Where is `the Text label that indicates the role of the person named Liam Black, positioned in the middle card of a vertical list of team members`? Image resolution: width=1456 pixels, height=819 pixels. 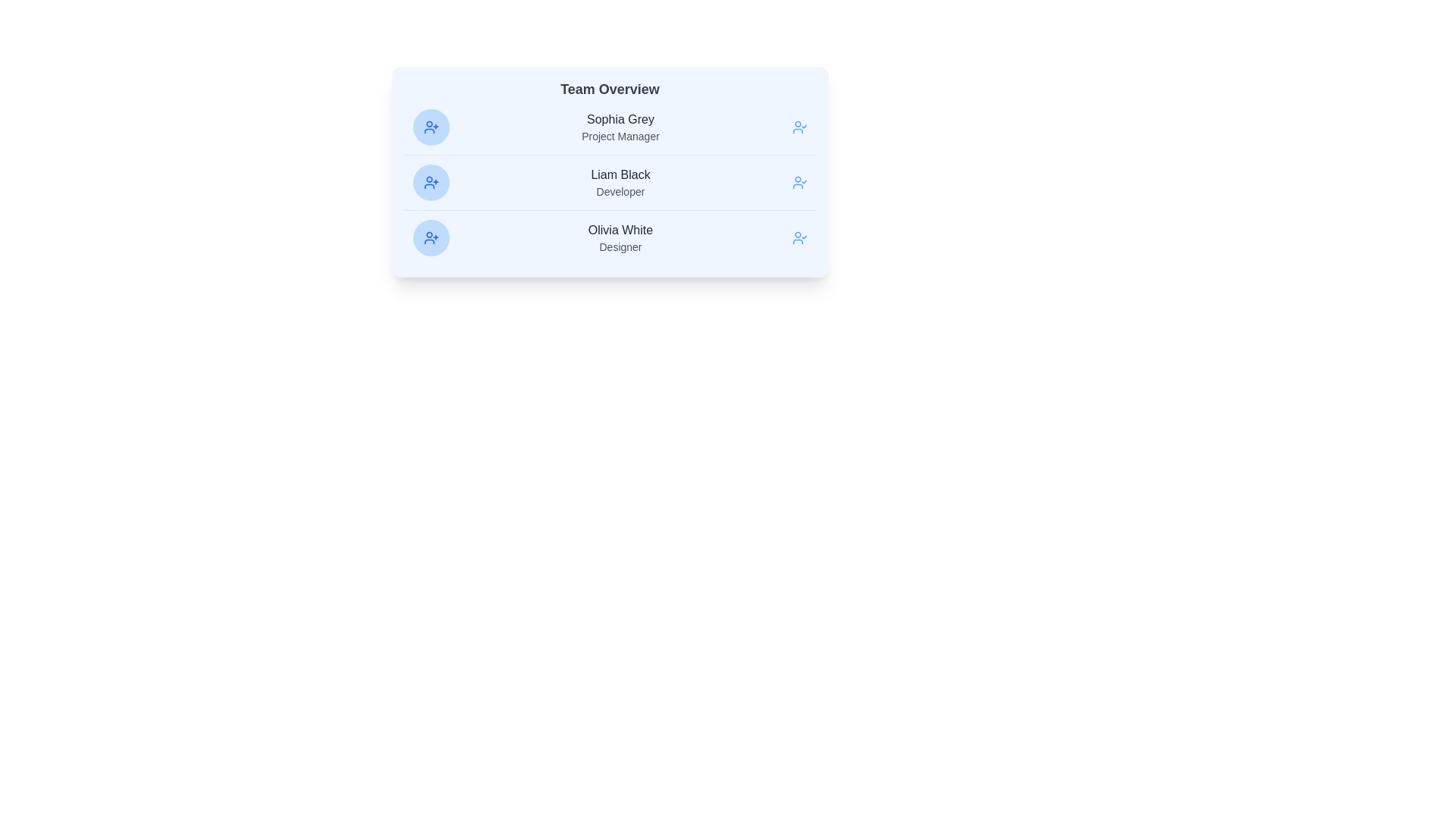
the Text label that indicates the role of the person named Liam Black, positioned in the middle card of a vertical list of team members is located at coordinates (620, 191).